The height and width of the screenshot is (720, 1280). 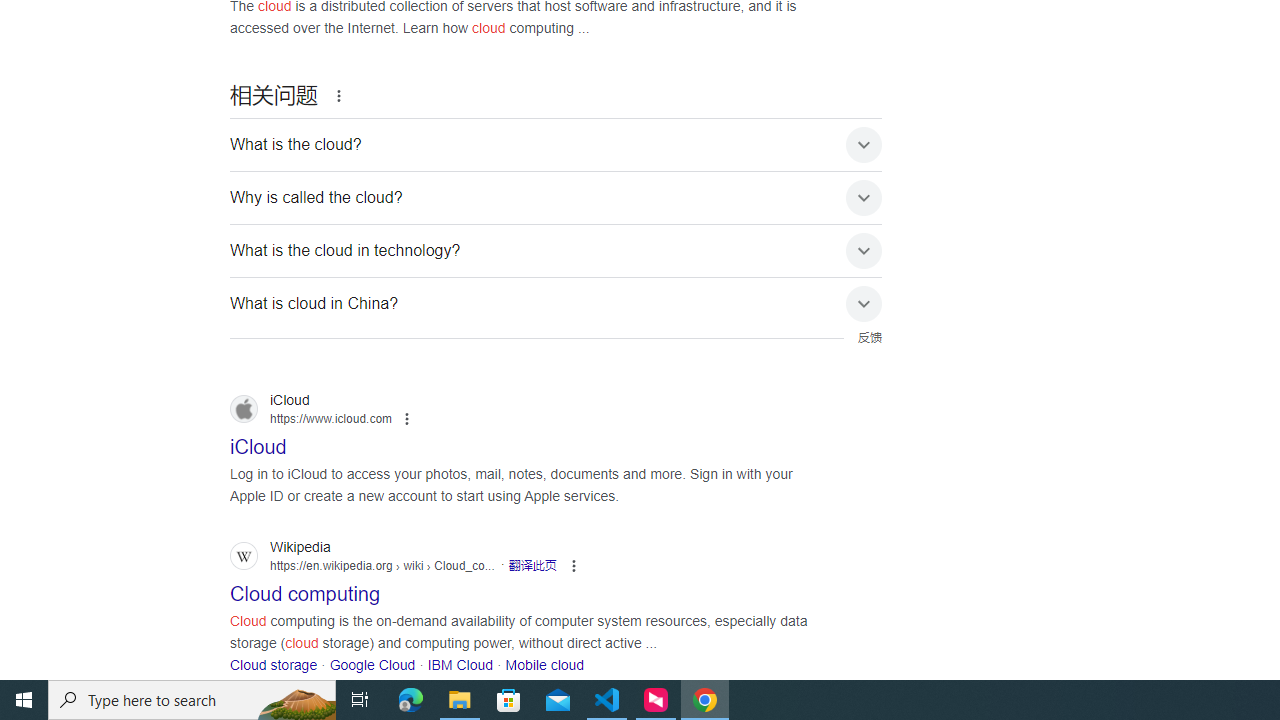 I want to click on 'What is the cloud in technology?', so click(x=556, y=250).